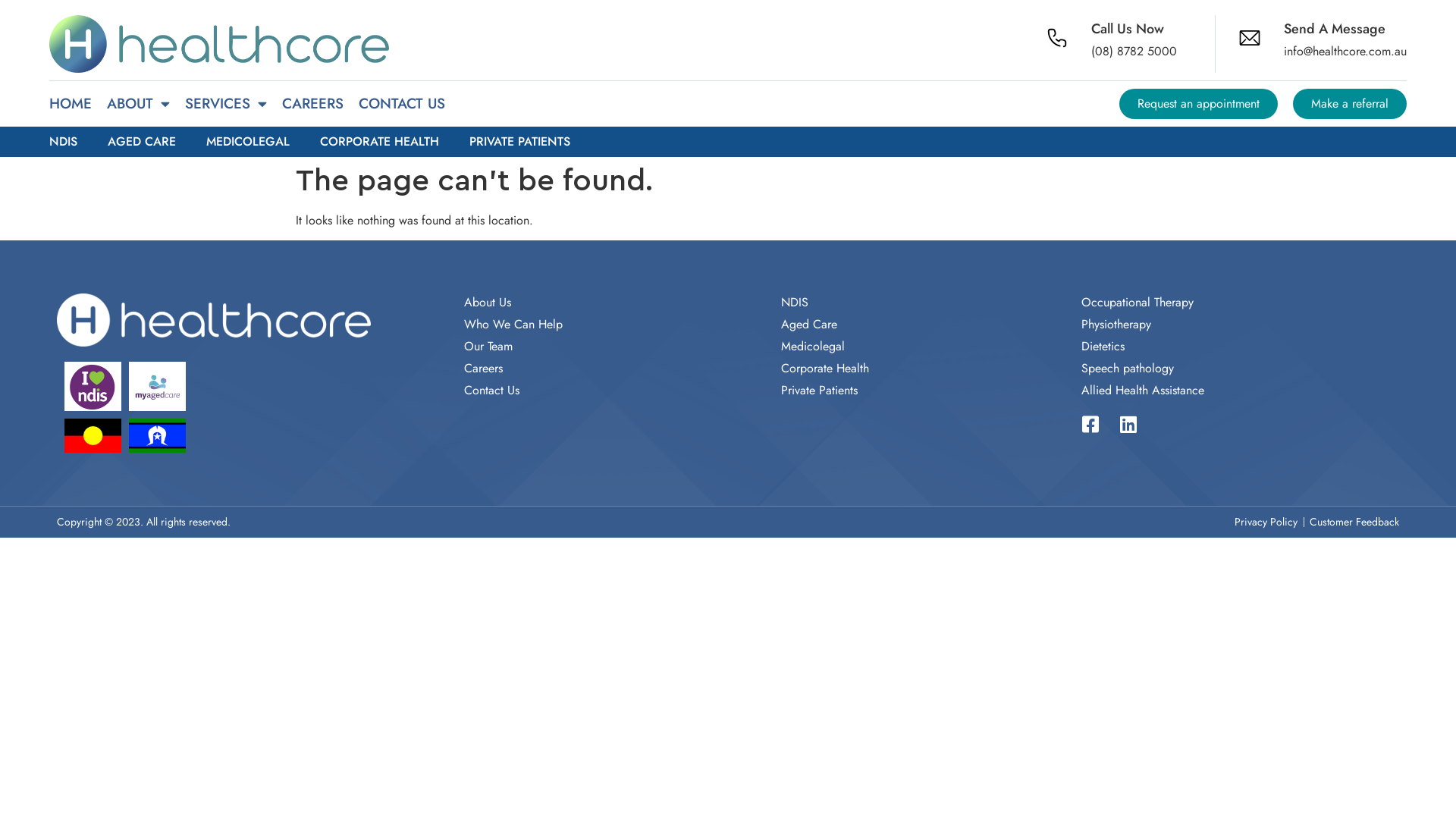  Describe the element at coordinates (1119, 103) in the screenshot. I see `'Request an appointment'` at that location.